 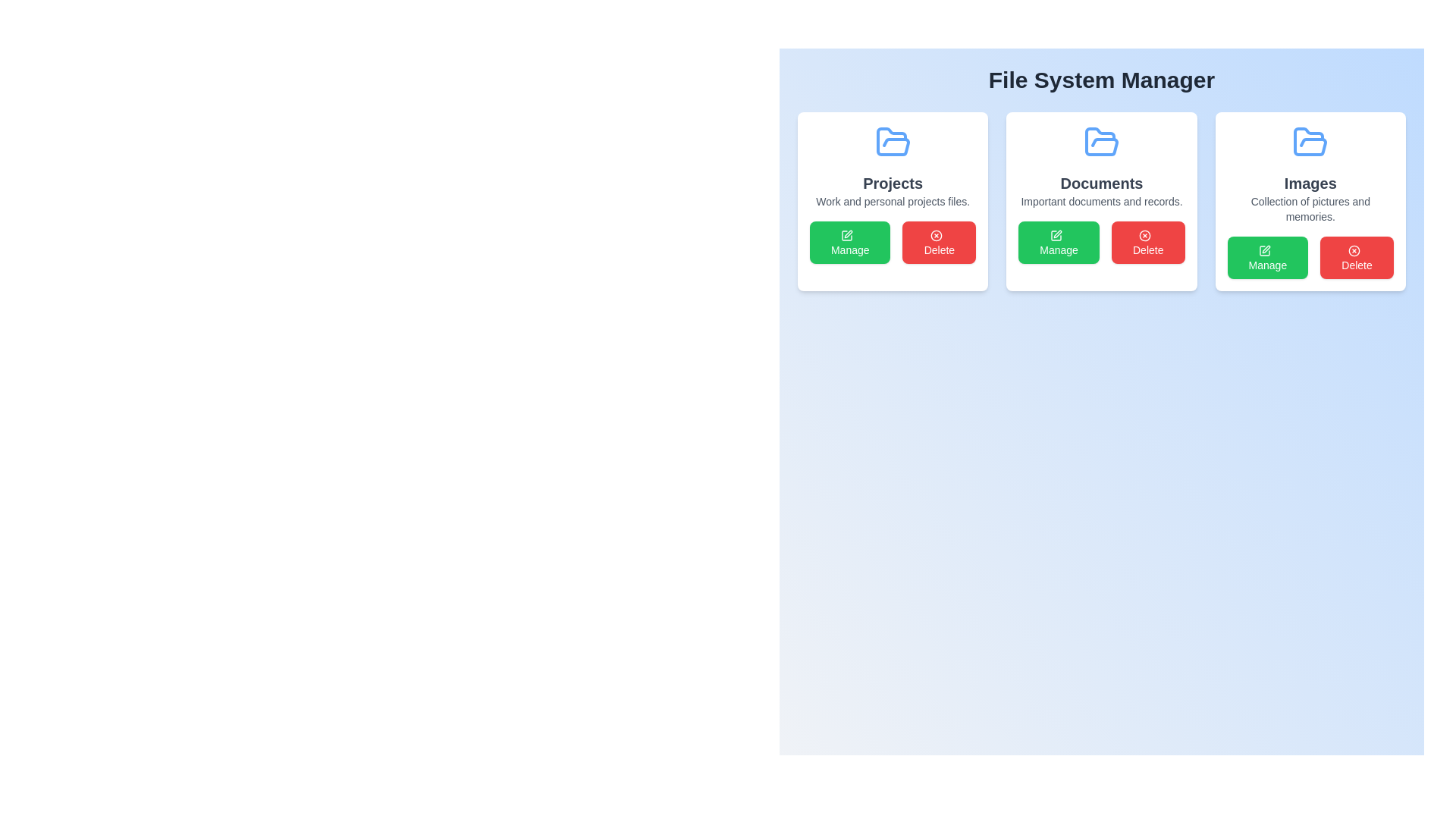 I want to click on static text that says 'Collection of pictures and memories.' which is located beneath the heading 'Images' within a card in the rightmost column of the layout, so click(x=1310, y=209).